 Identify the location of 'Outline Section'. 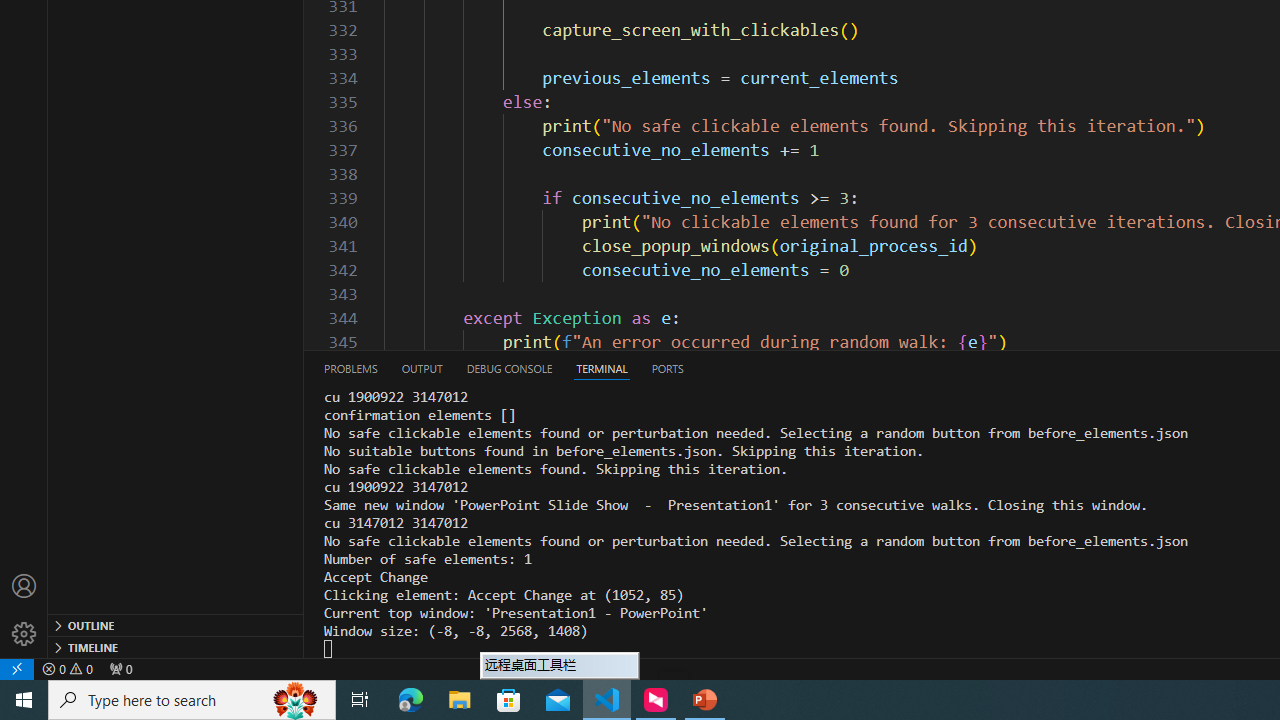
(176, 623).